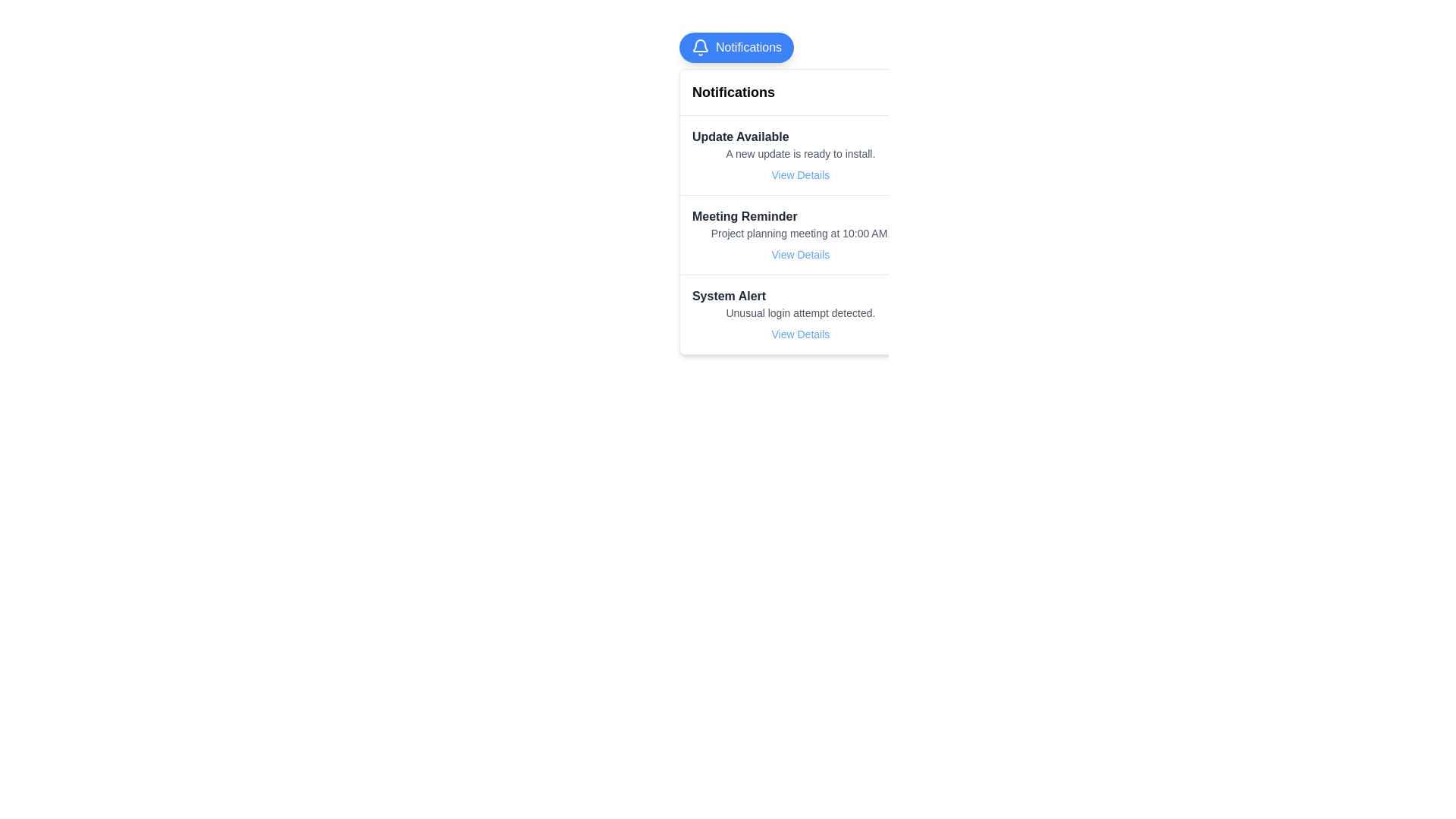 Image resolution: width=1456 pixels, height=819 pixels. What do you see at coordinates (800, 154) in the screenshot?
I see `text line displaying the message 'A new update is ready to install.' which is located below the title 'Update Available' and above 'View Details'` at bounding box center [800, 154].